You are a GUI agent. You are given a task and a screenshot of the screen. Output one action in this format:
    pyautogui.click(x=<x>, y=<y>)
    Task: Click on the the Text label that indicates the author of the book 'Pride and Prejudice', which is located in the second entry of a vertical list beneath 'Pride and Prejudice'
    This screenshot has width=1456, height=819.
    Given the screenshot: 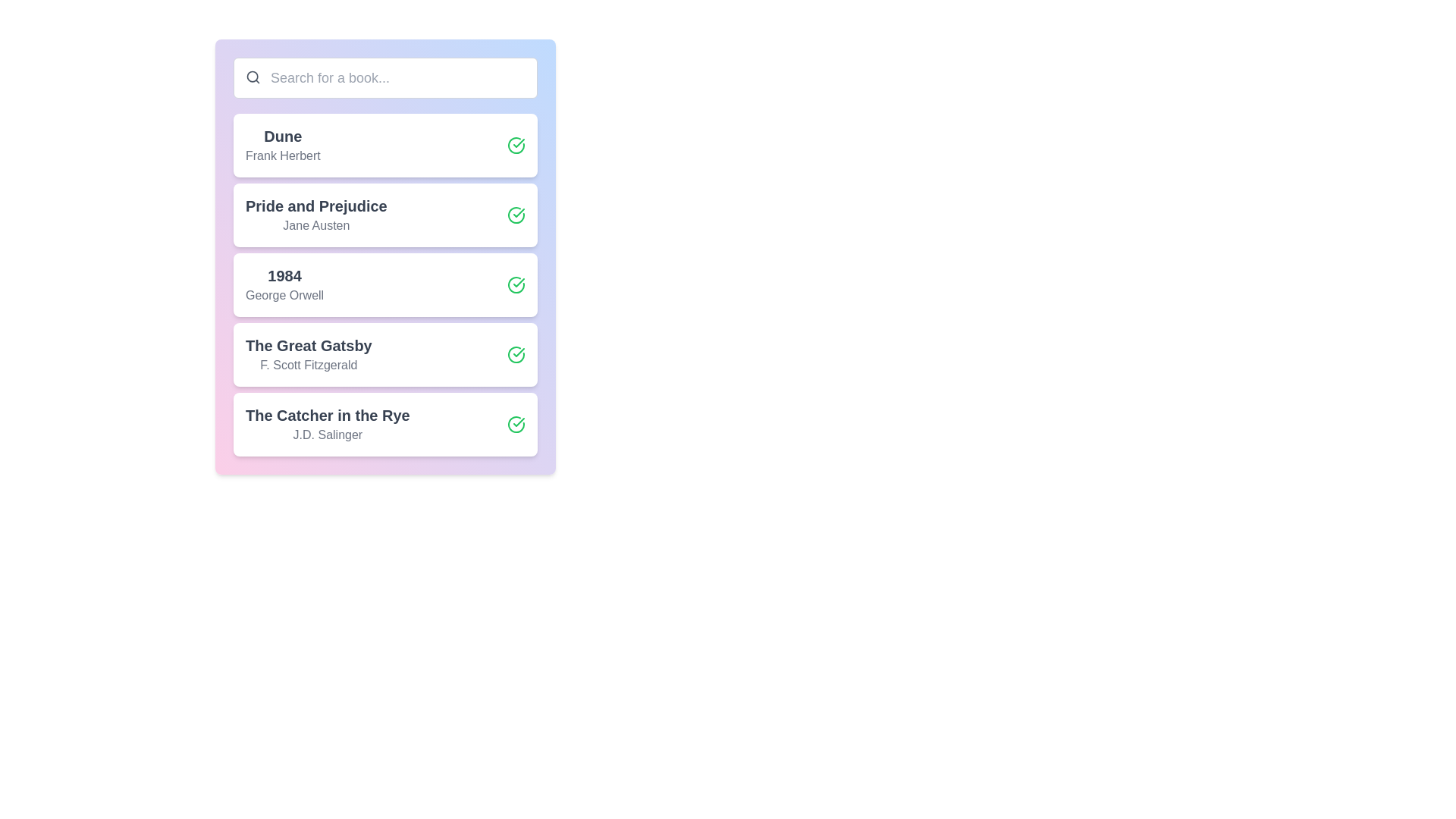 What is the action you would take?
    pyautogui.click(x=315, y=225)
    